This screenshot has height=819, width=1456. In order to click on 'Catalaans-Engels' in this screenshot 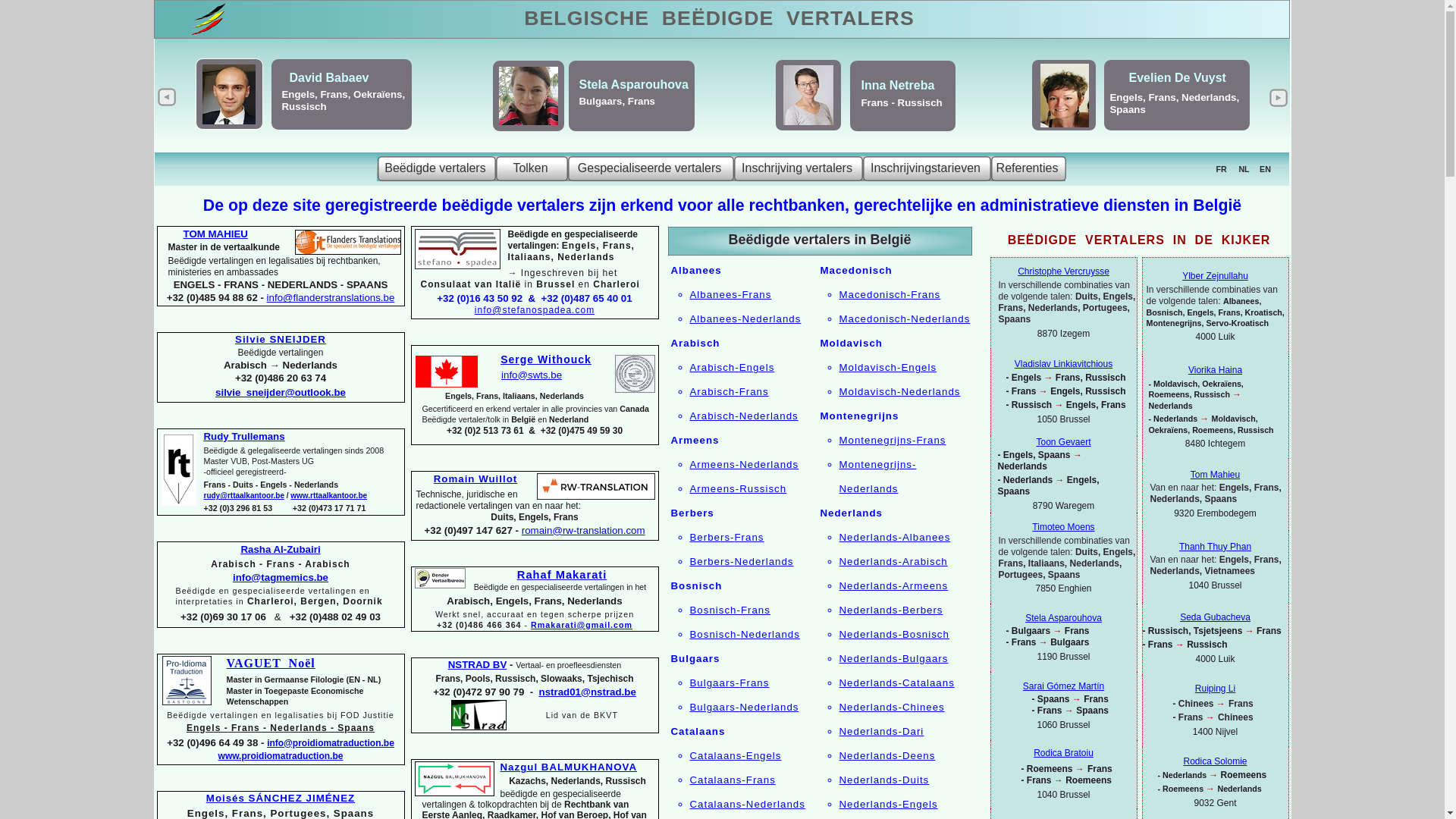, I will do `click(736, 755)`.